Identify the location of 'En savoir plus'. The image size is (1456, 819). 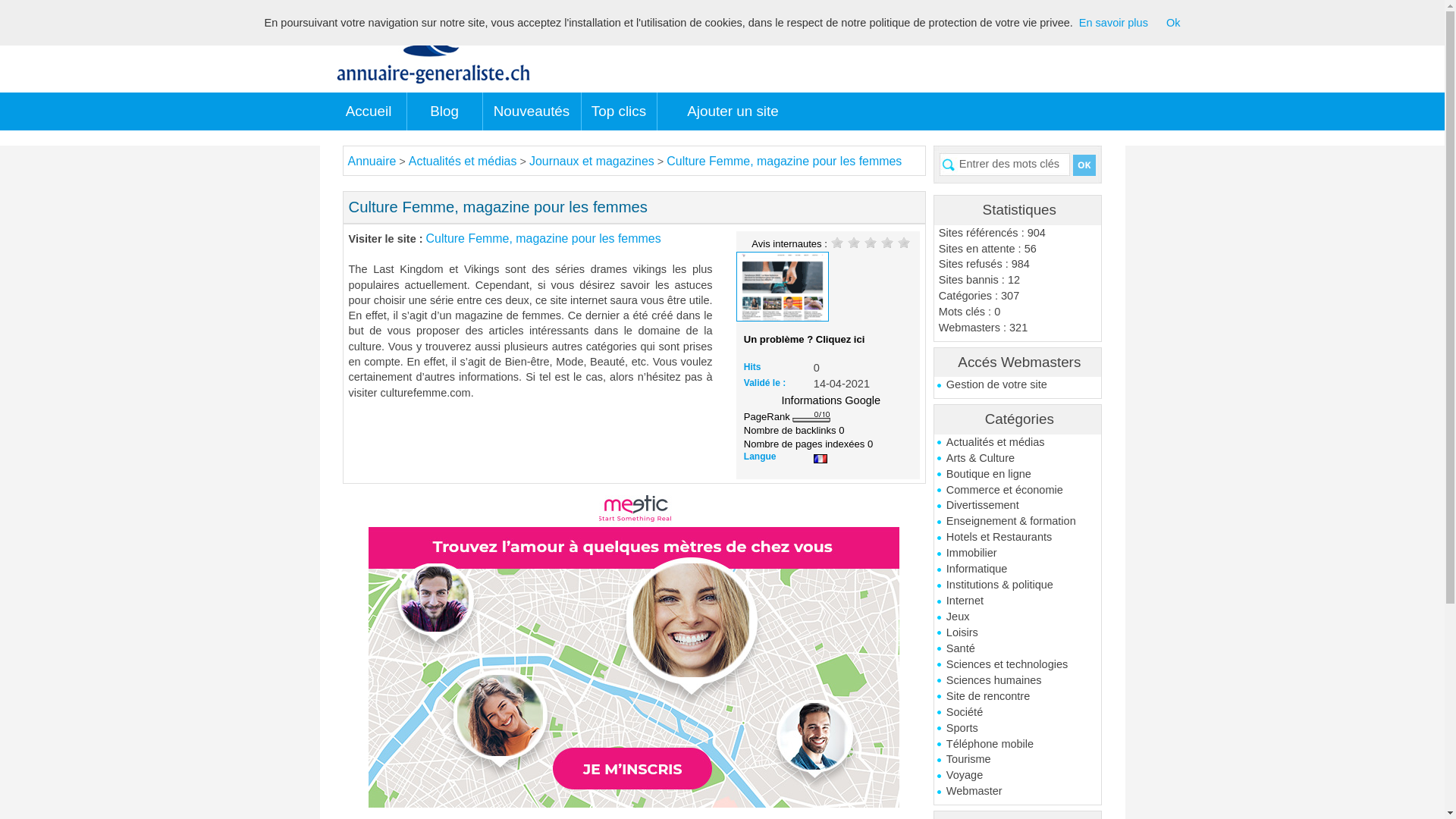
(1113, 23).